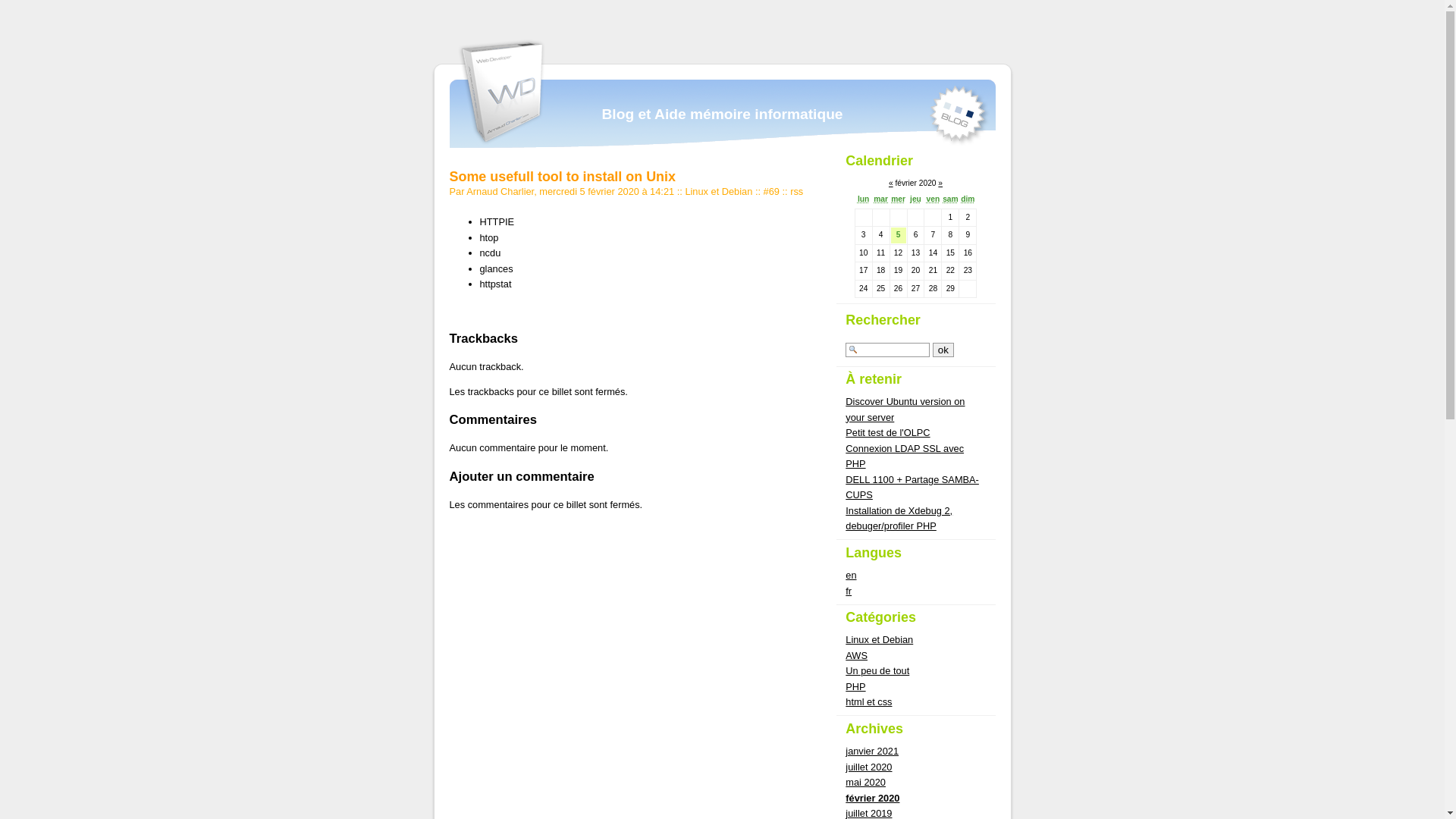 The image size is (1456, 819). Describe the element at coordinates (899, 234) in the screenshot. I see `'5'` at that location.